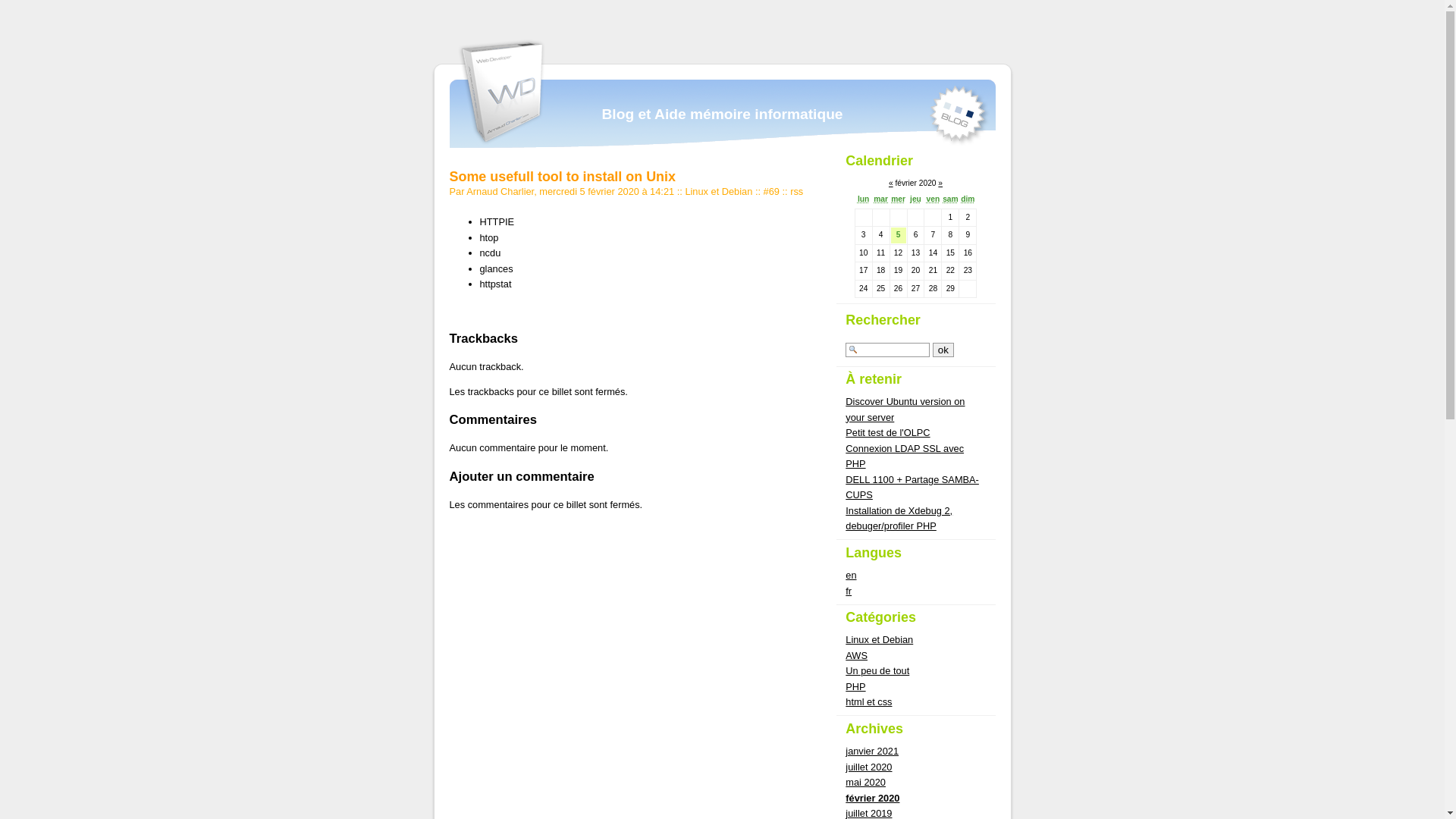 The image size is (1456, 819). Describe the element at coordinates (899, 234) in the screenshot. I see `'5'` at that location.